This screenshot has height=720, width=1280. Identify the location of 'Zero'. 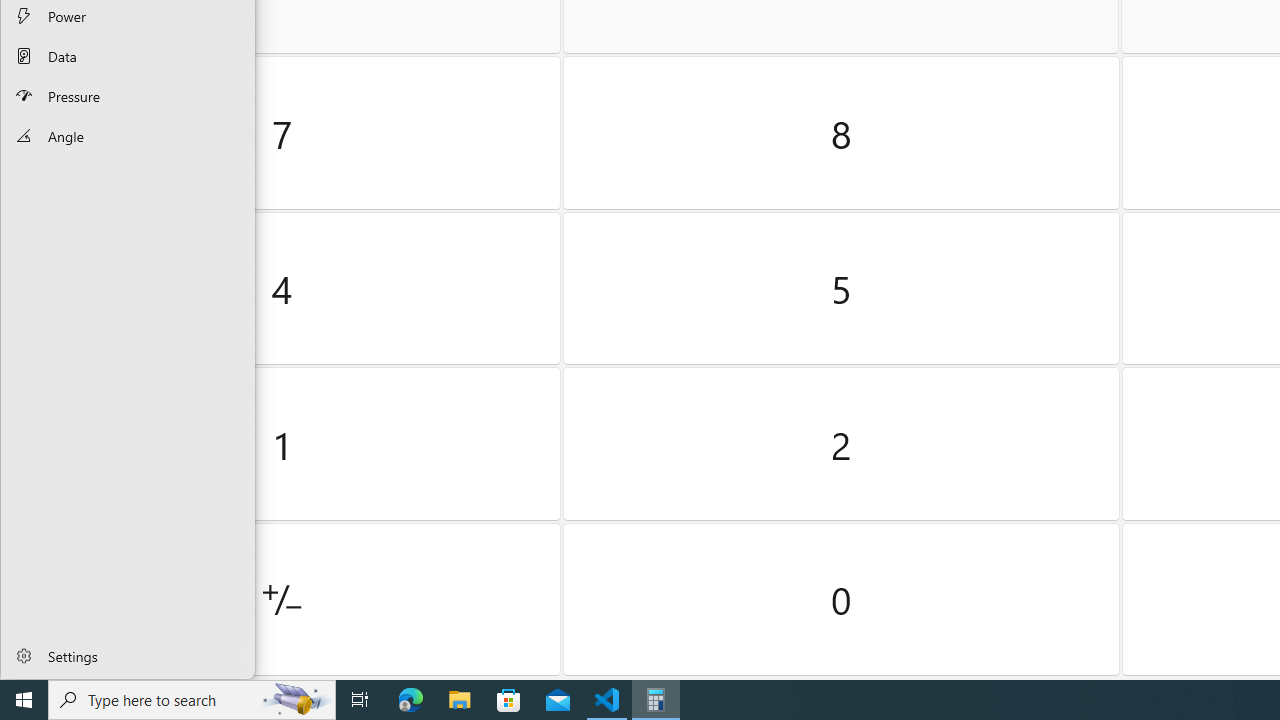
(841, 598).